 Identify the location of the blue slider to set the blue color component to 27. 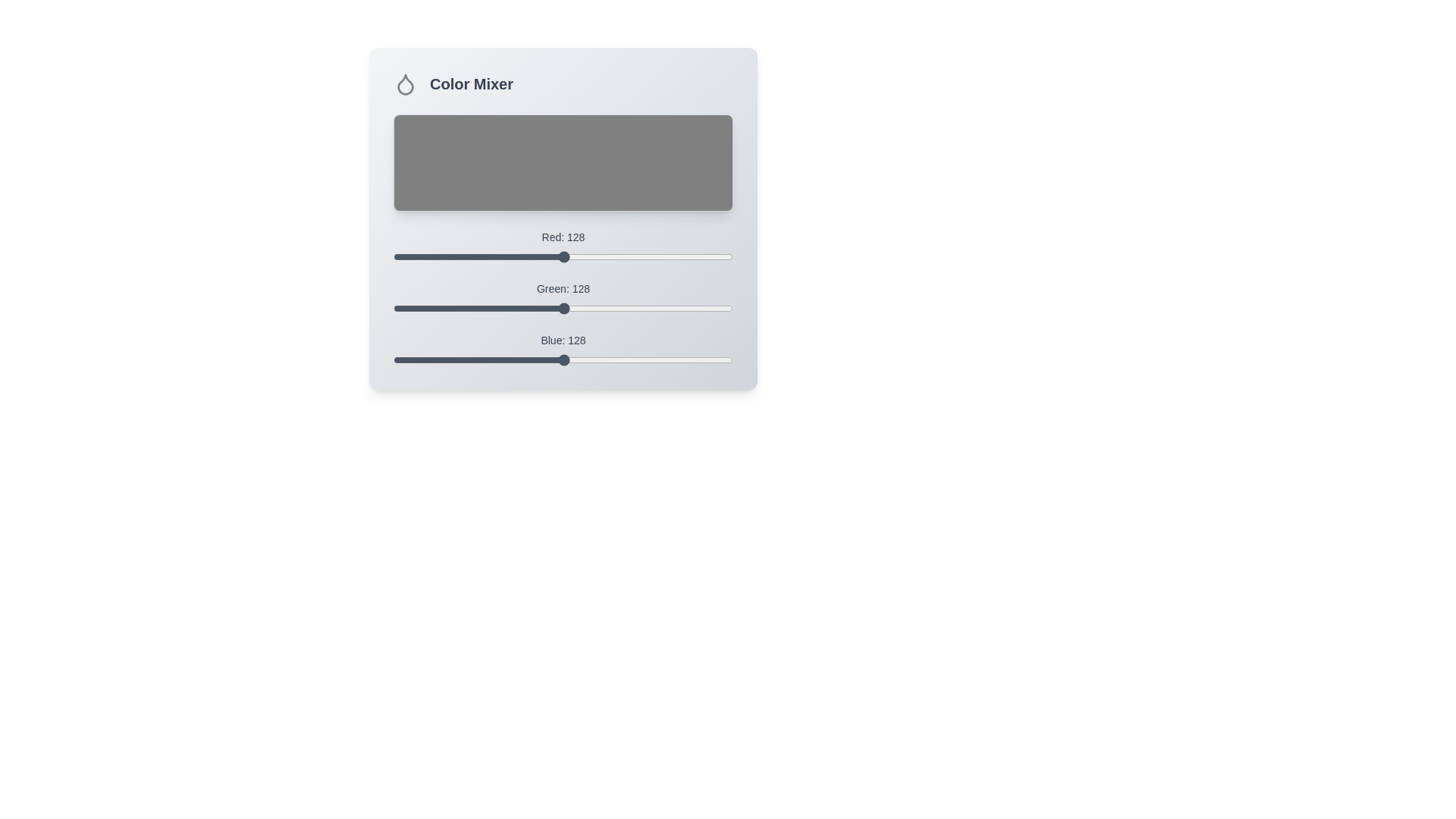
(428, 359).